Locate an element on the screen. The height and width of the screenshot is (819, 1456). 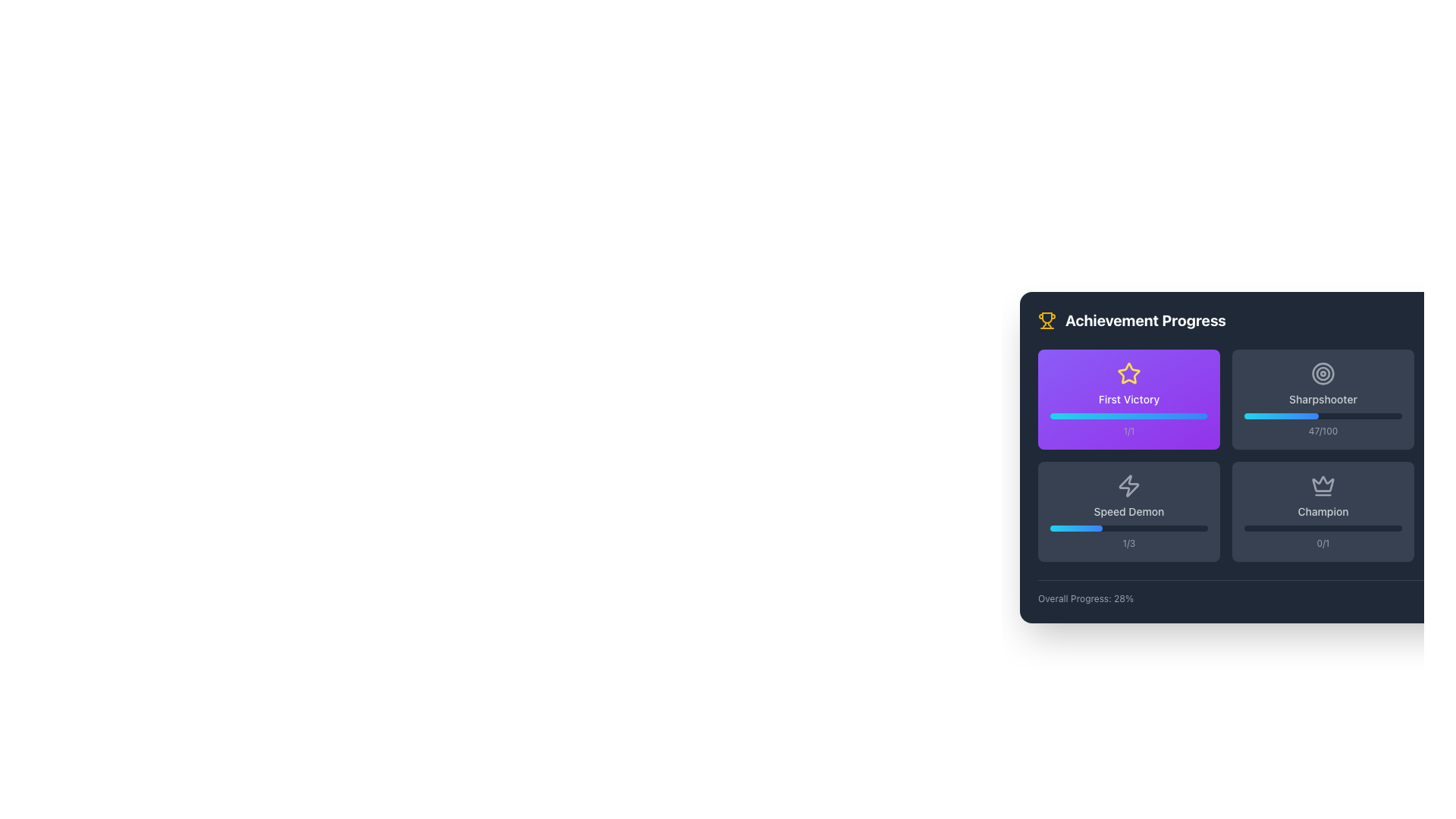
the gray crown icon located at the top-center of the 'Champion' card in the bottom-right of the Achievement Progress section is located at coordinates (1323, 484).